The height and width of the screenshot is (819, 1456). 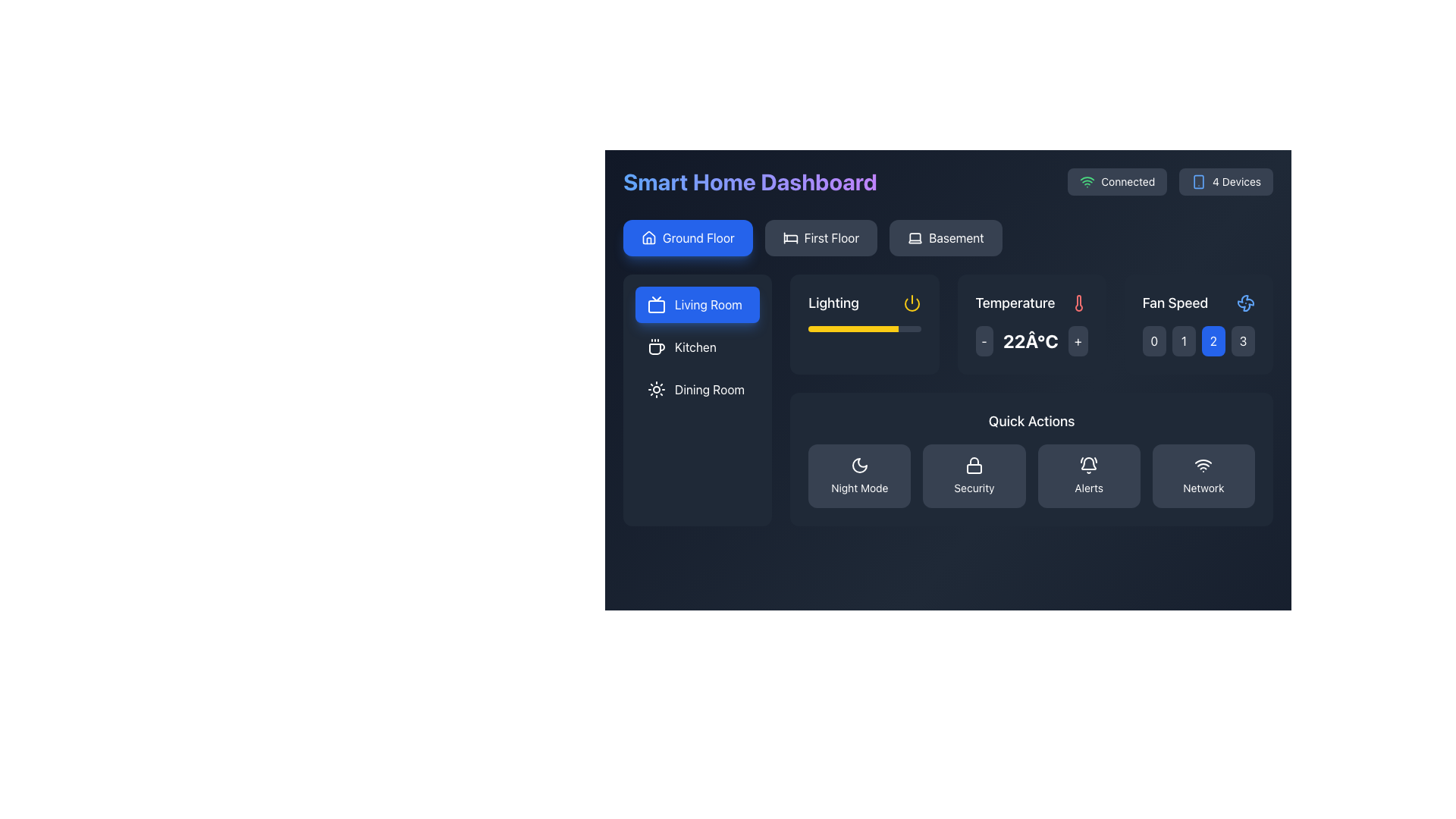 What do you see at coordinates (1031, 341) in the screenshot?
I see `the bold and large text Label displaying '22Â°C', which is centrally aligned between the '-' and '+' buttons in the temperature control section located in the upper-right quadrant of the main interface` at bounding box center [1031, 341].